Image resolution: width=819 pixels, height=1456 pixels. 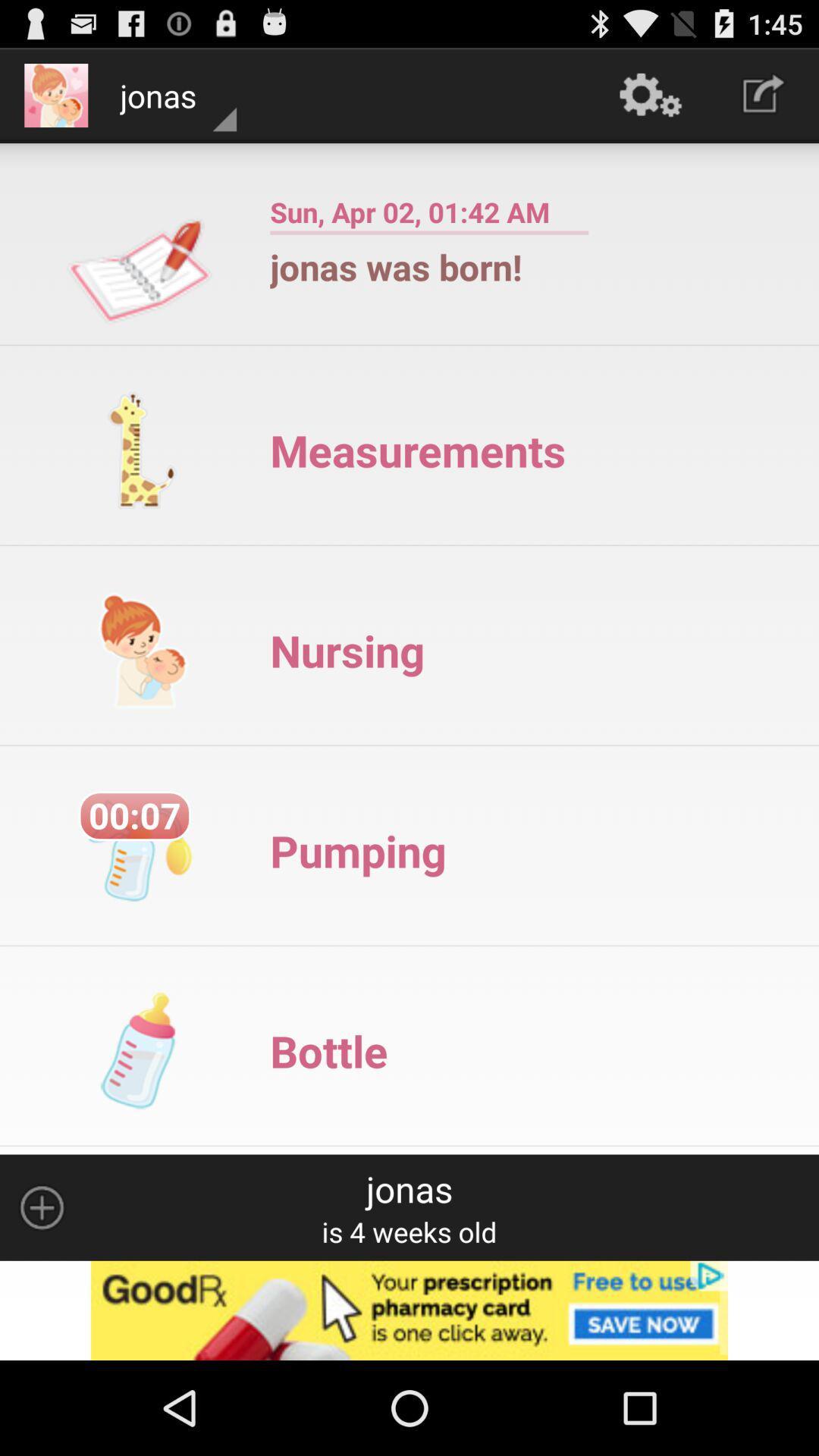 What do you see at coordinates (41, 1207) in the screenshot?
I see `open options` at bounding box center [41, 1207].